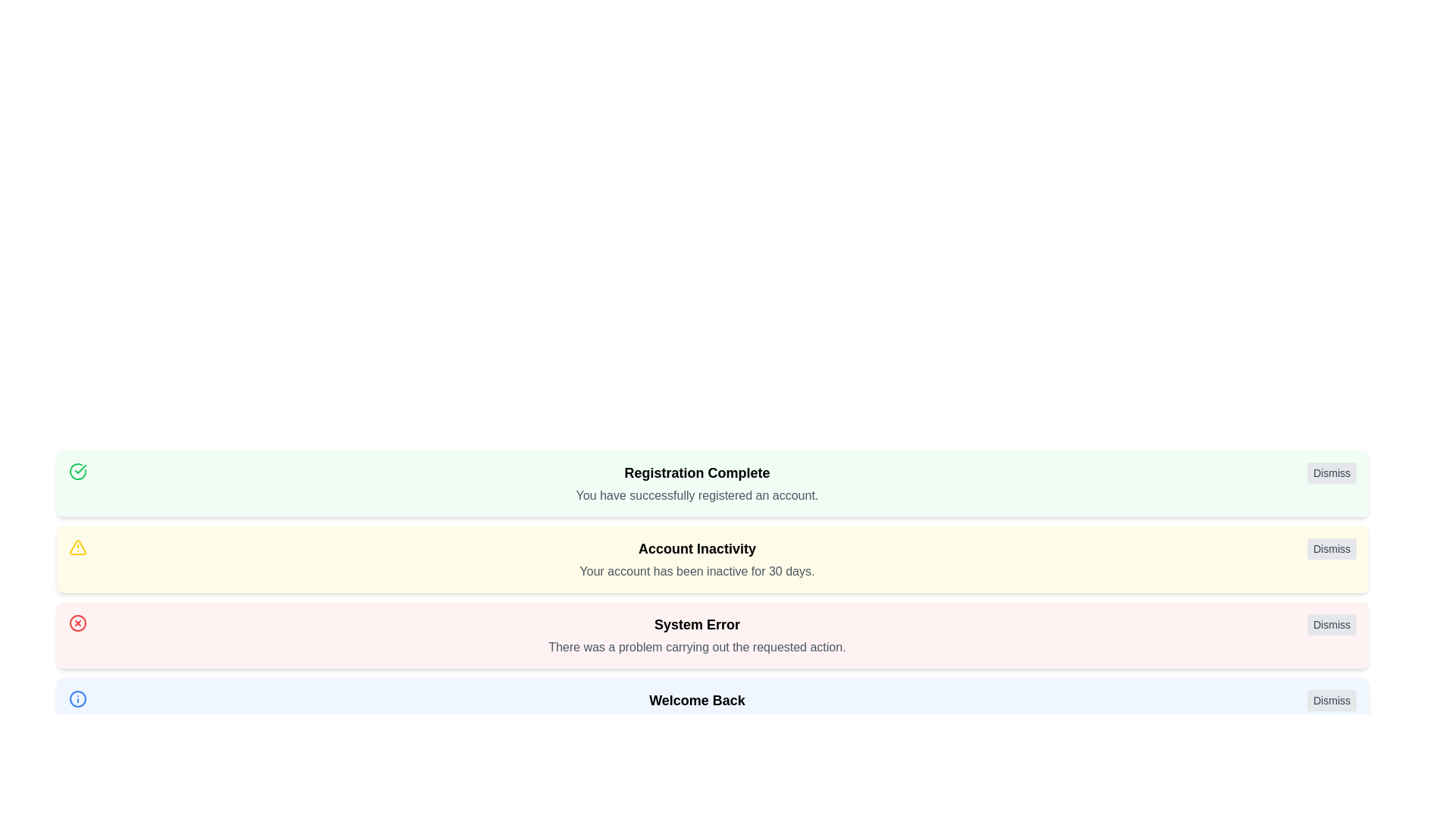 Image resolution: width=1456 pixels, height=819 pixels. Describe the element at coordinates (712, 711) in the screenshot. I see `information presented in the fourth notification about new features, which includes a dismissible 'Dismiss' button for closing the notification` at that location.